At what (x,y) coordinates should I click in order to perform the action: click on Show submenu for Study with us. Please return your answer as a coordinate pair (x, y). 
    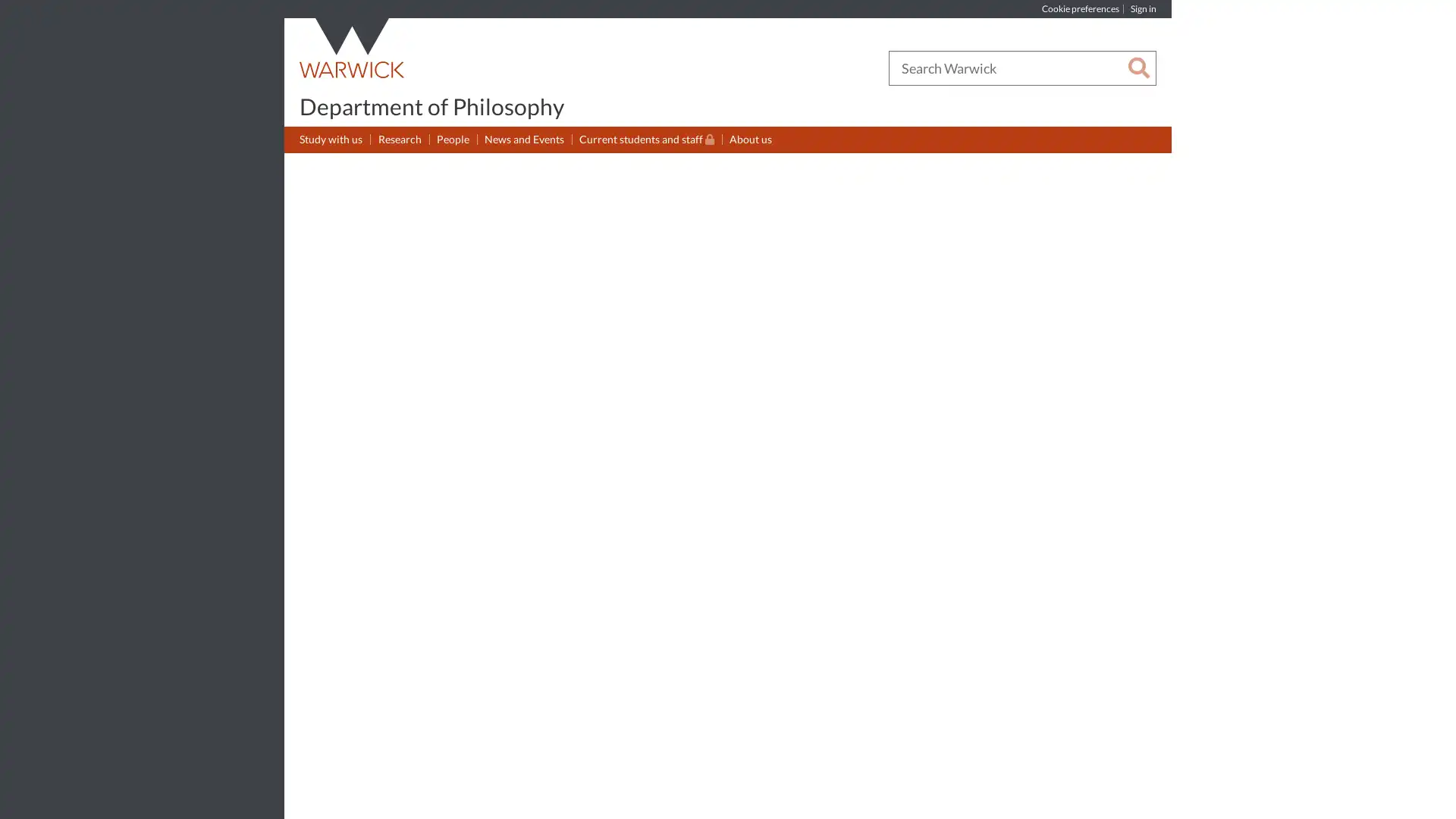
    Looking at the image, I should click on (303, 130).